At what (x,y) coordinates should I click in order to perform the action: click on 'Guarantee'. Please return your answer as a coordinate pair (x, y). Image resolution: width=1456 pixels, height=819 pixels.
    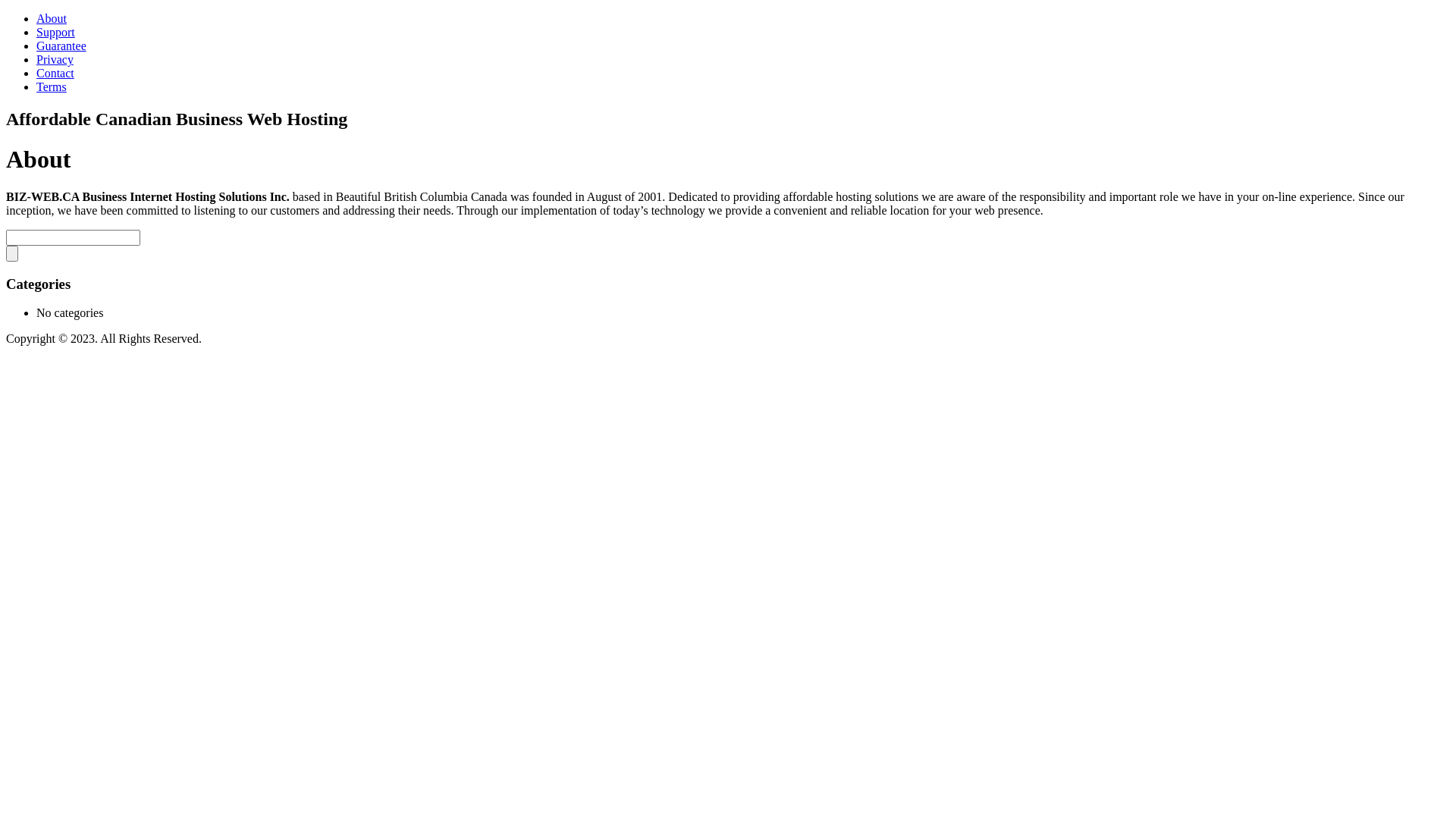
    Looking at the image, I should click on (61, 45).